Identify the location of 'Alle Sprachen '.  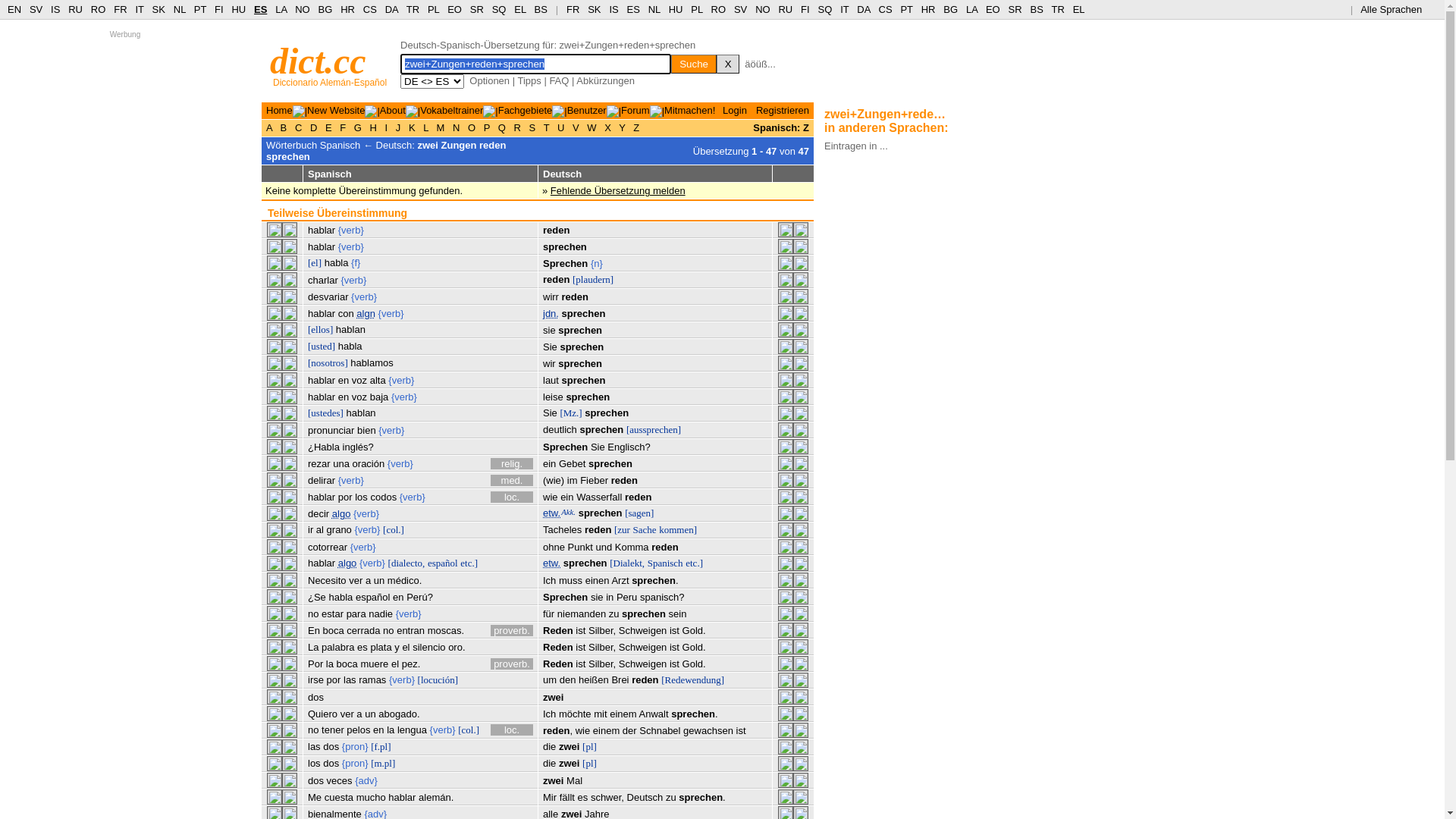
(1360, 9).